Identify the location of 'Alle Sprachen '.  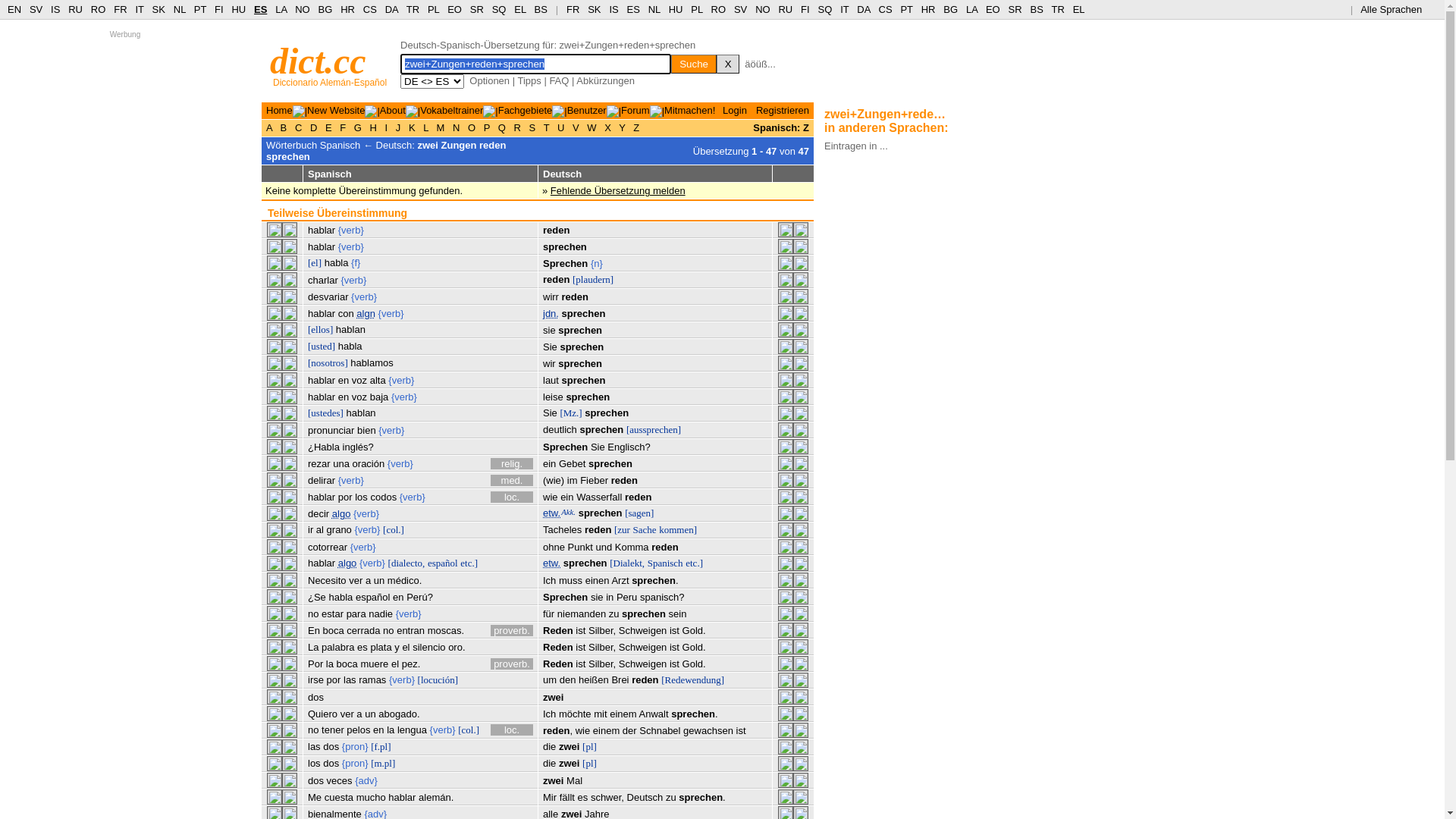
(1360, 9).